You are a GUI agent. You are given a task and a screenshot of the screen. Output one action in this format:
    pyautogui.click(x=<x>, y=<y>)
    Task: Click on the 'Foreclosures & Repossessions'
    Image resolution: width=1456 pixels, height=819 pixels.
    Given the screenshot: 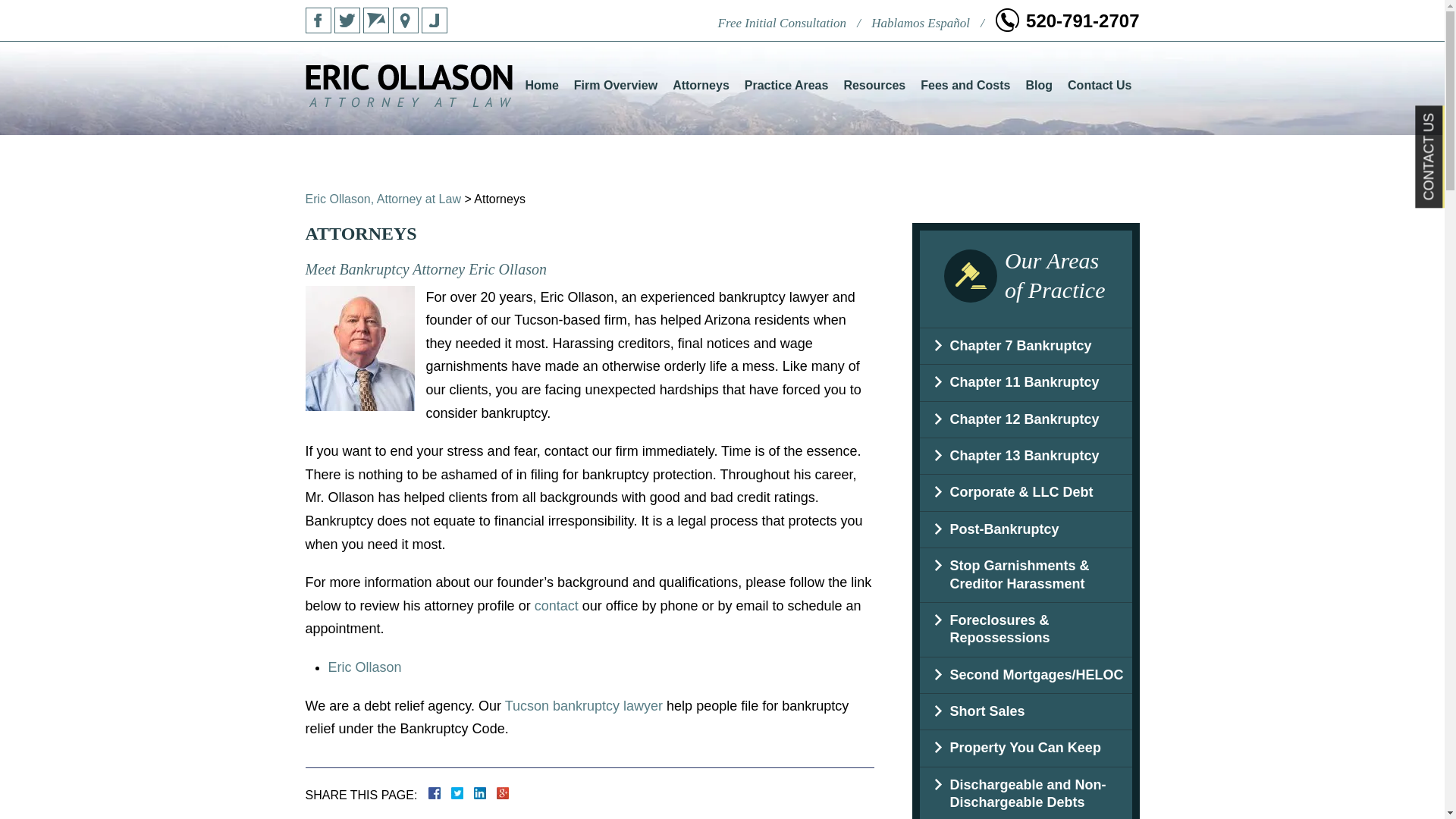 What is the action you would take?
    pyautogui.click(x=1025, y=629)
    